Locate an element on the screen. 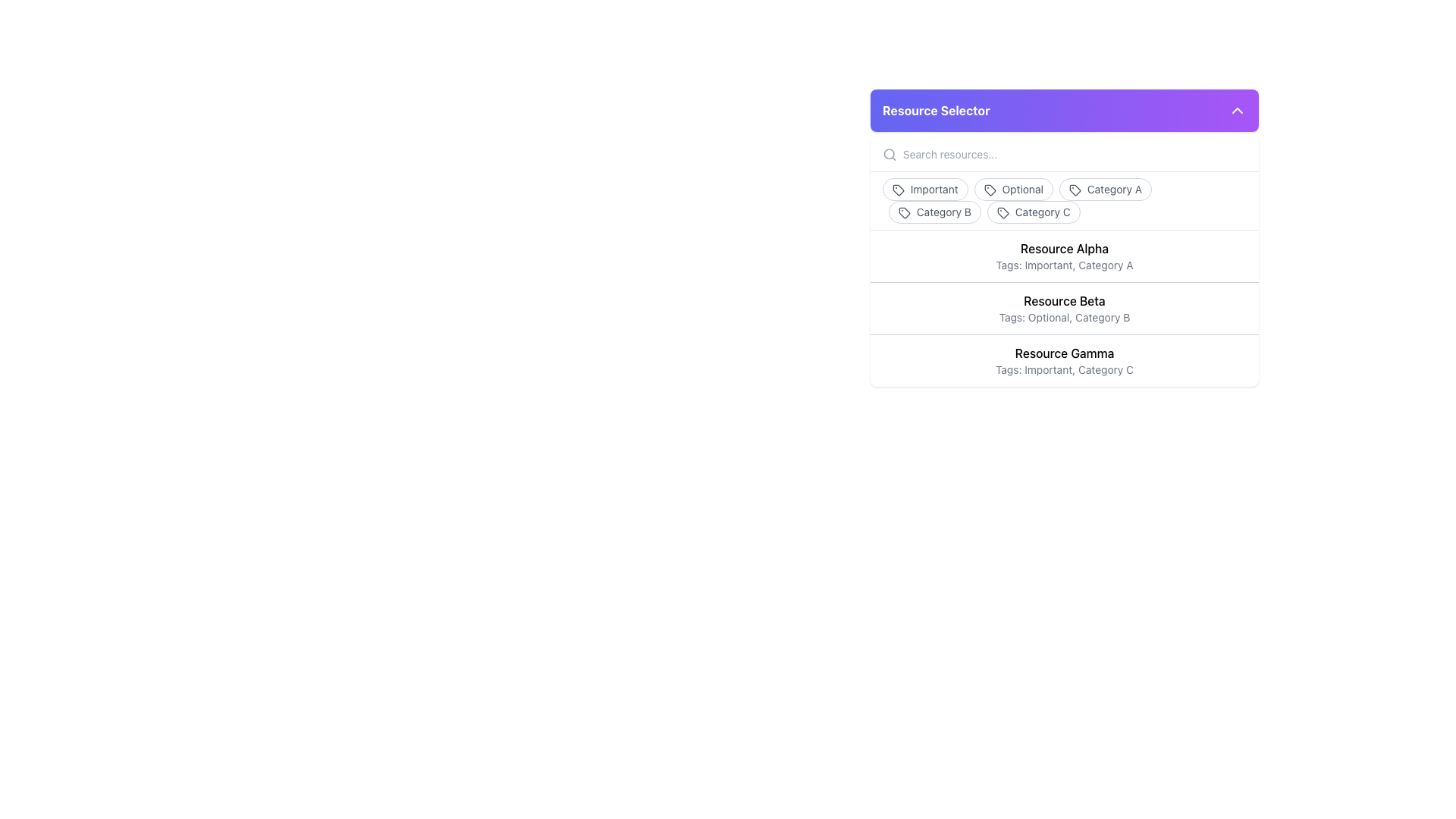  the non-interactive text label that provides categorical and priority information about the 'Resource Gamma' item, located at the center of the lower portion of the card module labeled 'Resource Gamma' is located at coordinates (1063, 370).